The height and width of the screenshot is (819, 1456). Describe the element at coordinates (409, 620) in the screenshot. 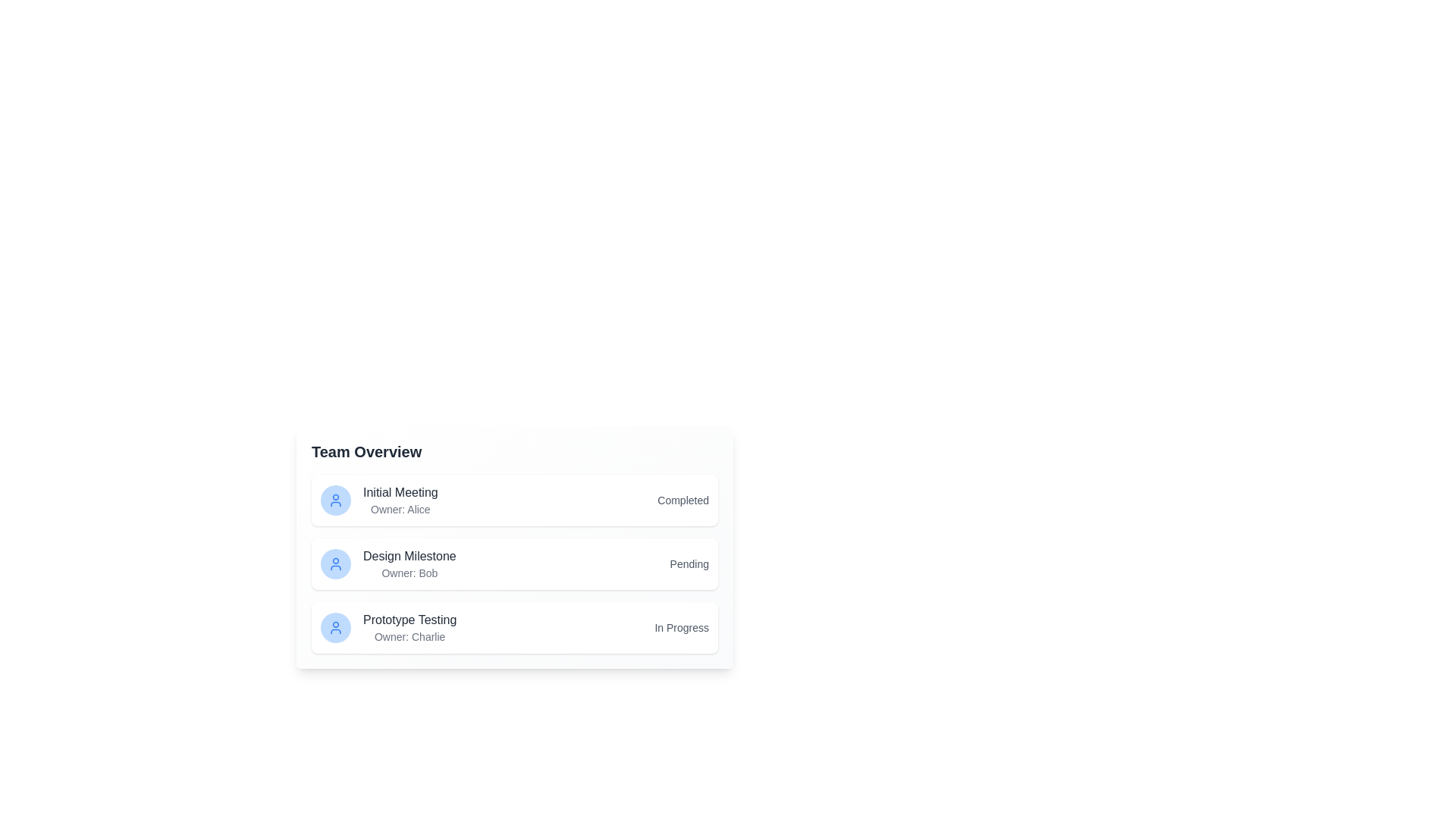

I see `the 'Prototype Testing' text label, which is displayed in medium, dark gray font and is part of the third item in the vertical list under the 'Team Overview' section` at that location.